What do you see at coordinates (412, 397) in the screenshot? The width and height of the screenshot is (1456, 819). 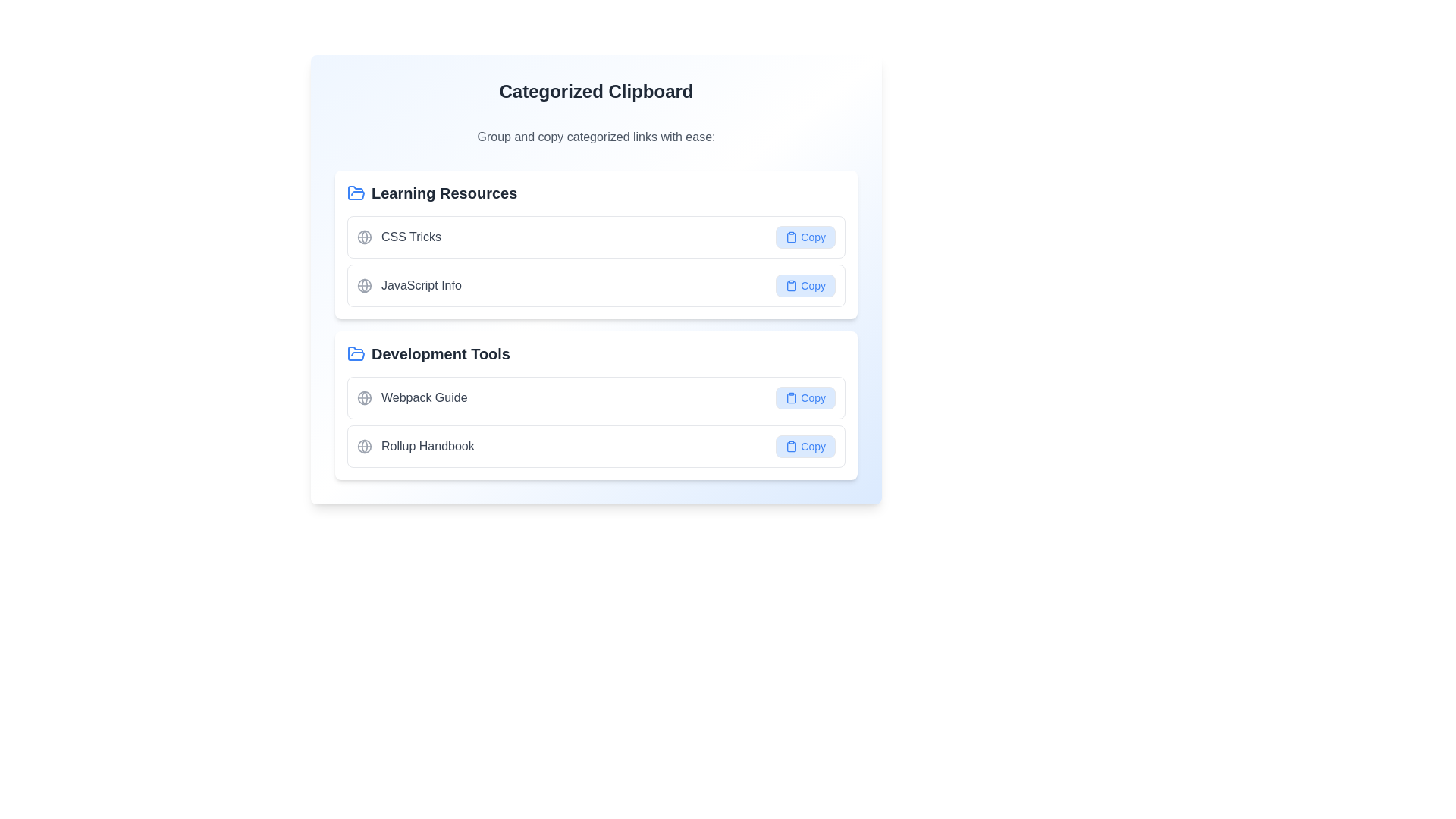 I see `the 'Webpack Guide' text label` at bounding box center [412, 397].